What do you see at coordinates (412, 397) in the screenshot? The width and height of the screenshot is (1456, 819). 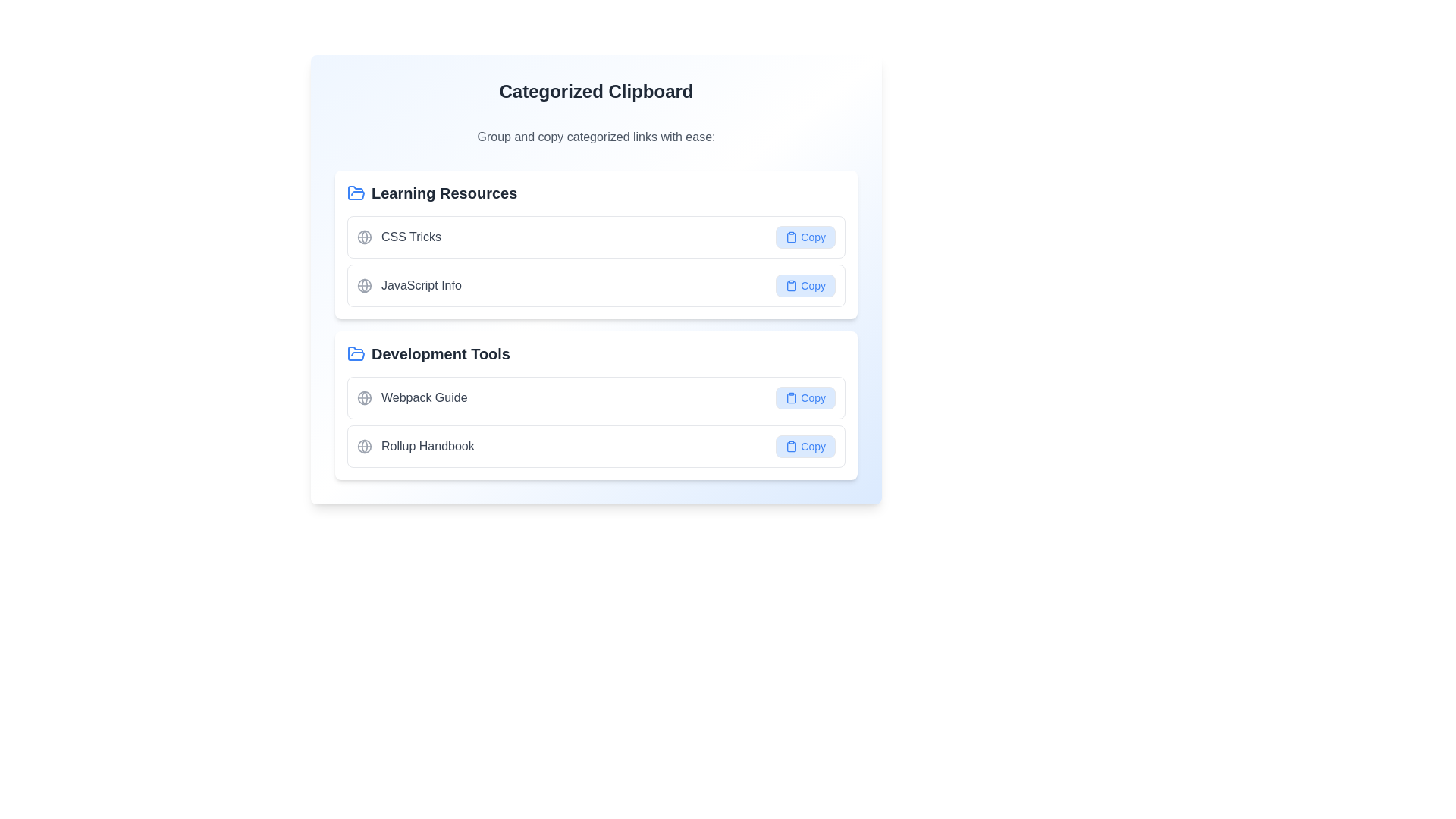 I see `the 'Webpack Guide' text label` at bounding box center [412, 397].